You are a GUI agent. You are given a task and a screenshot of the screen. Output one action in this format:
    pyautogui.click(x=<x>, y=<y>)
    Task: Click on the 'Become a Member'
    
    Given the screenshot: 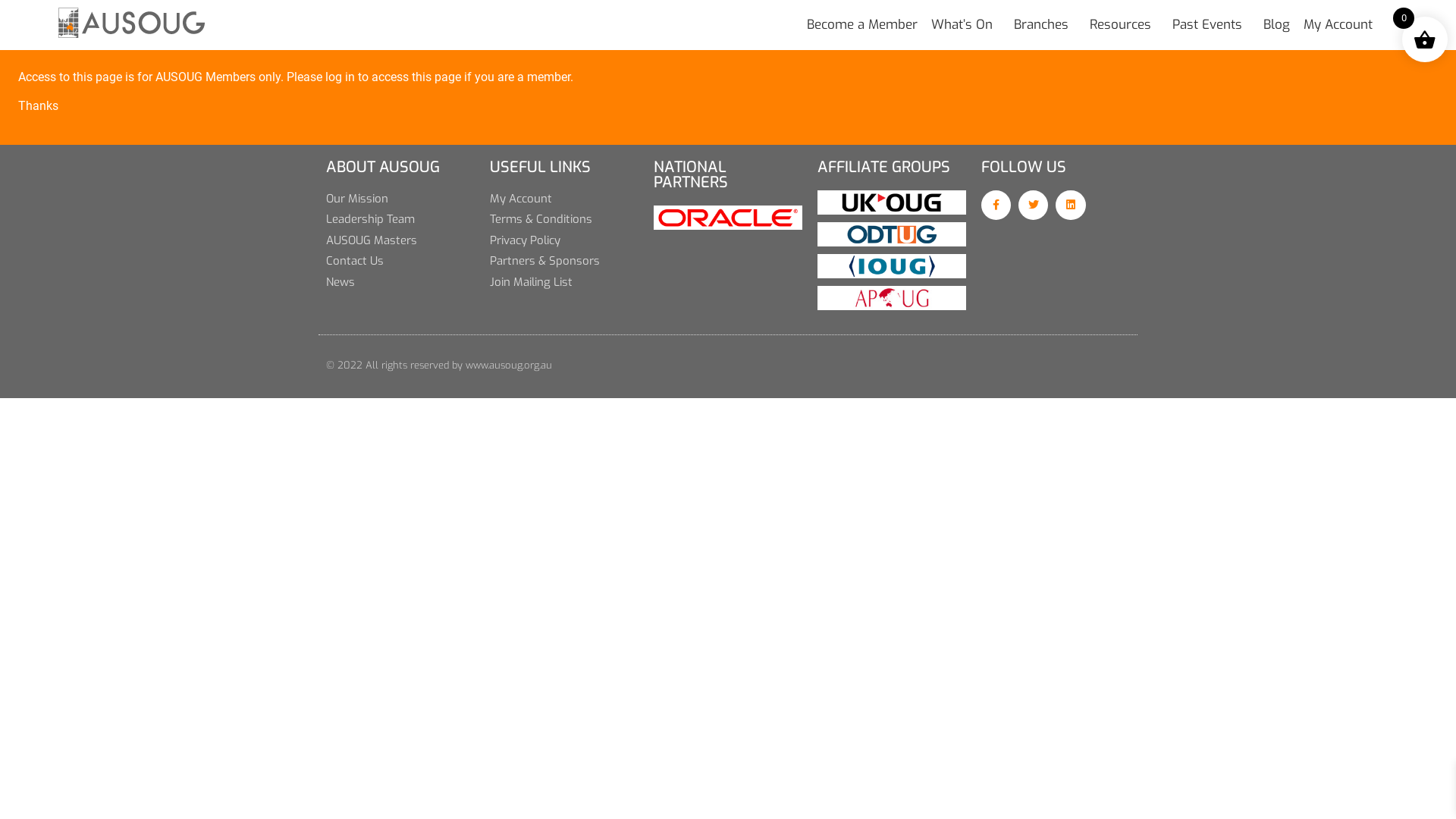 What is the action you would take?
    pyautogui.click(x=862, y=25)
    